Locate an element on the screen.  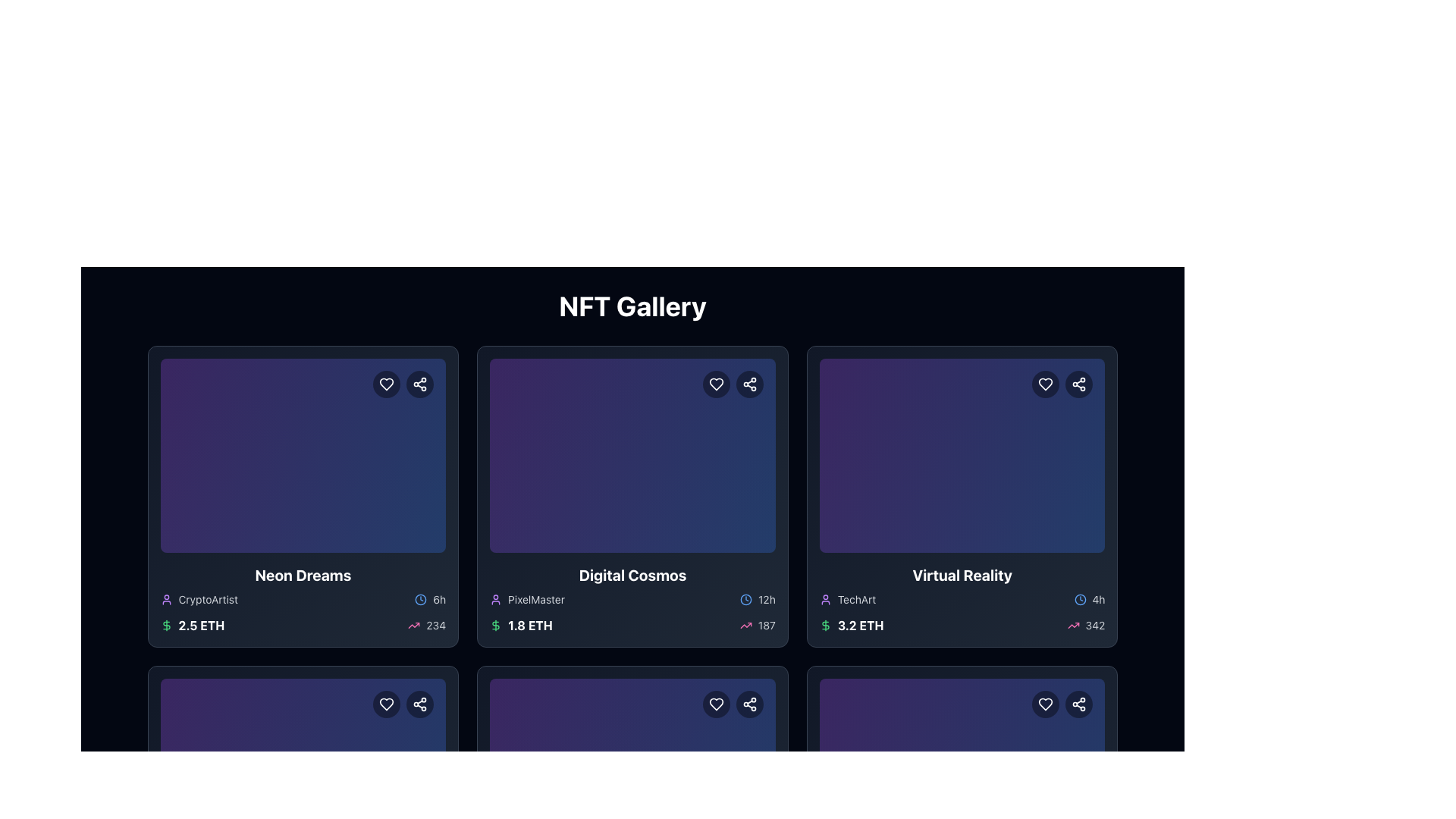
the heart-shaped icon button located at the top-right corner of the 'Neon Dreams' item card is located at coordinates (387, 383).